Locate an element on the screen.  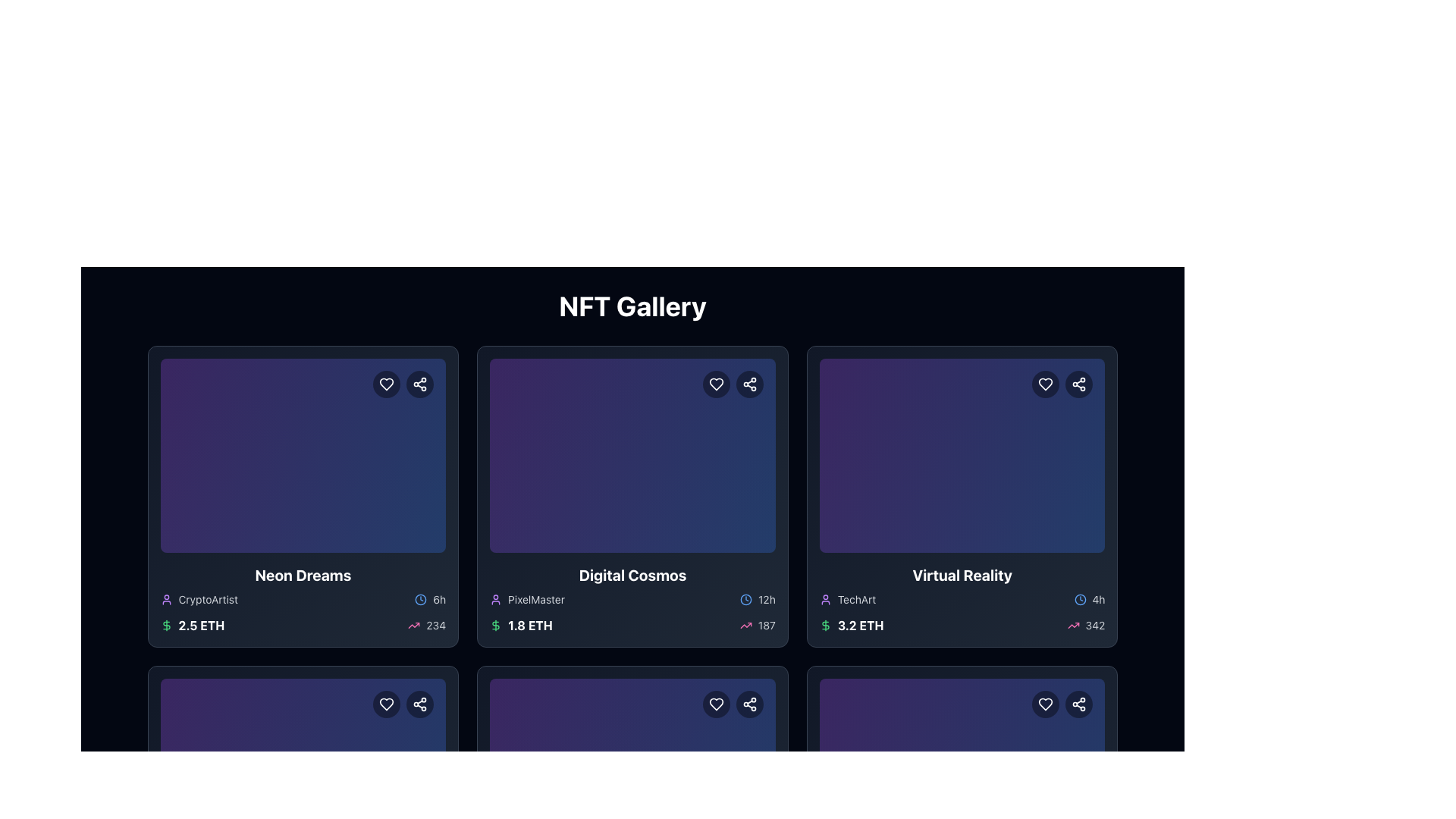
the heart-shaped icon button located at the top-right corner of the 'Neon Dreams' item card is located at coordinates (387, 383).